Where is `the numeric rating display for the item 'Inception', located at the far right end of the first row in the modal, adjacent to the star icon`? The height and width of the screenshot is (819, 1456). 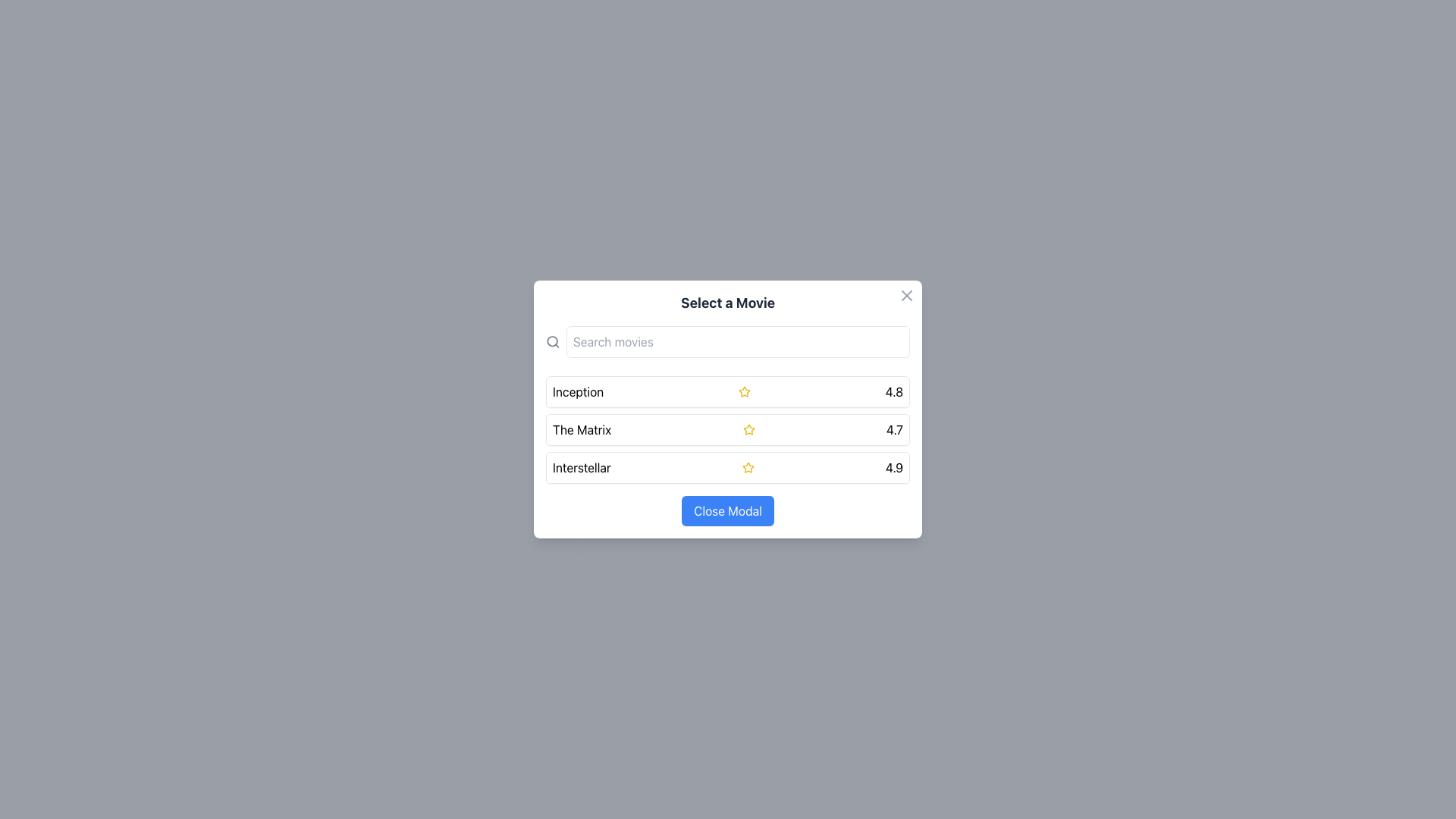
the numeric rating display for the item 'Inception', located at the far right end of the first row in the modal, adjacent to the star icon is located at coordinates (894, 391).